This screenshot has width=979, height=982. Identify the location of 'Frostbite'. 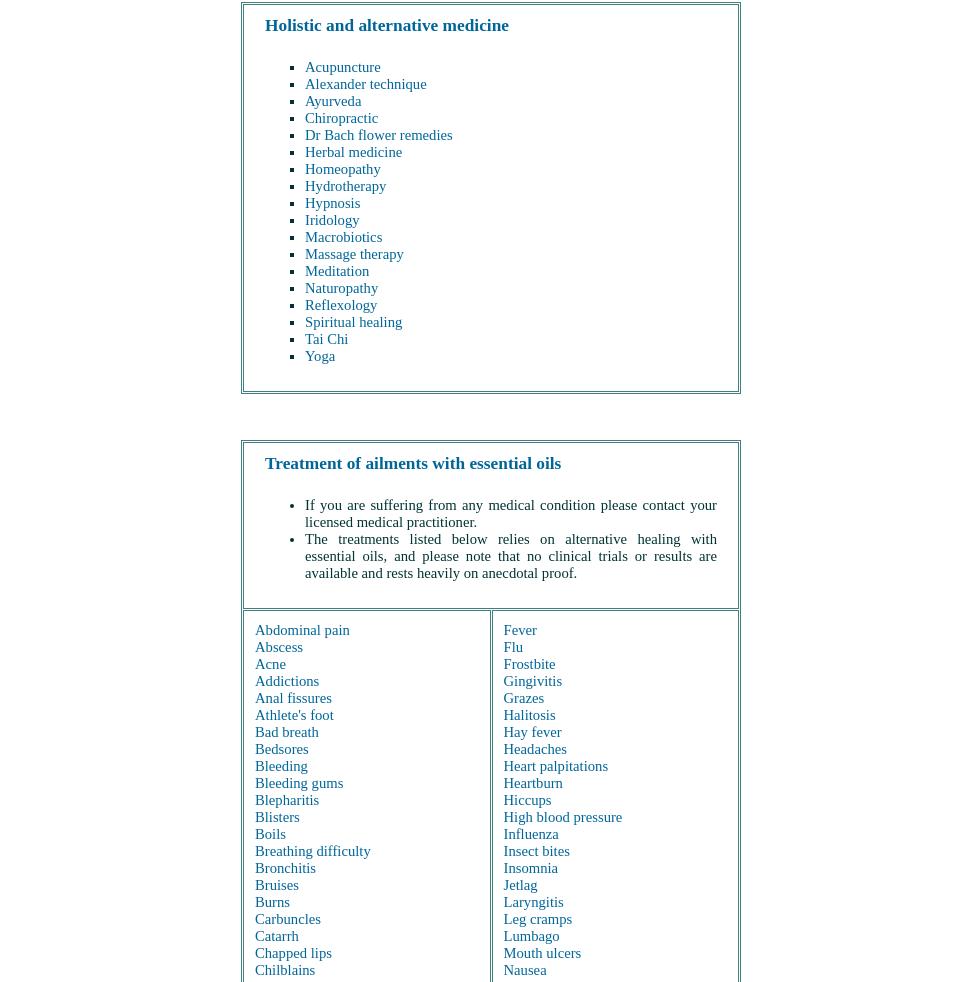
(527, 662).